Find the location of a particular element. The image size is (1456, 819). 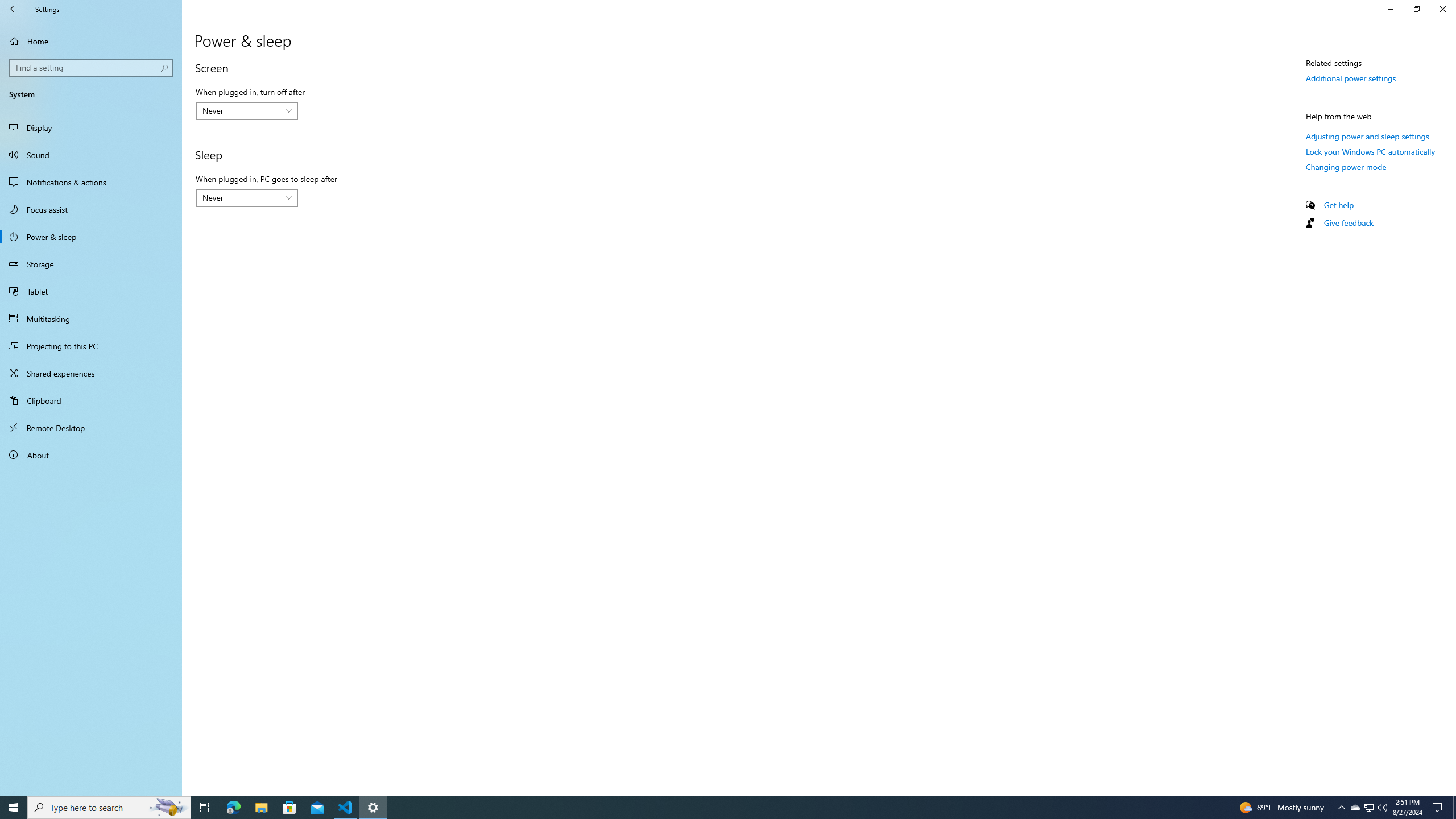

'Lock your Windows PC automatically' is located at coordinates (1370, 151).